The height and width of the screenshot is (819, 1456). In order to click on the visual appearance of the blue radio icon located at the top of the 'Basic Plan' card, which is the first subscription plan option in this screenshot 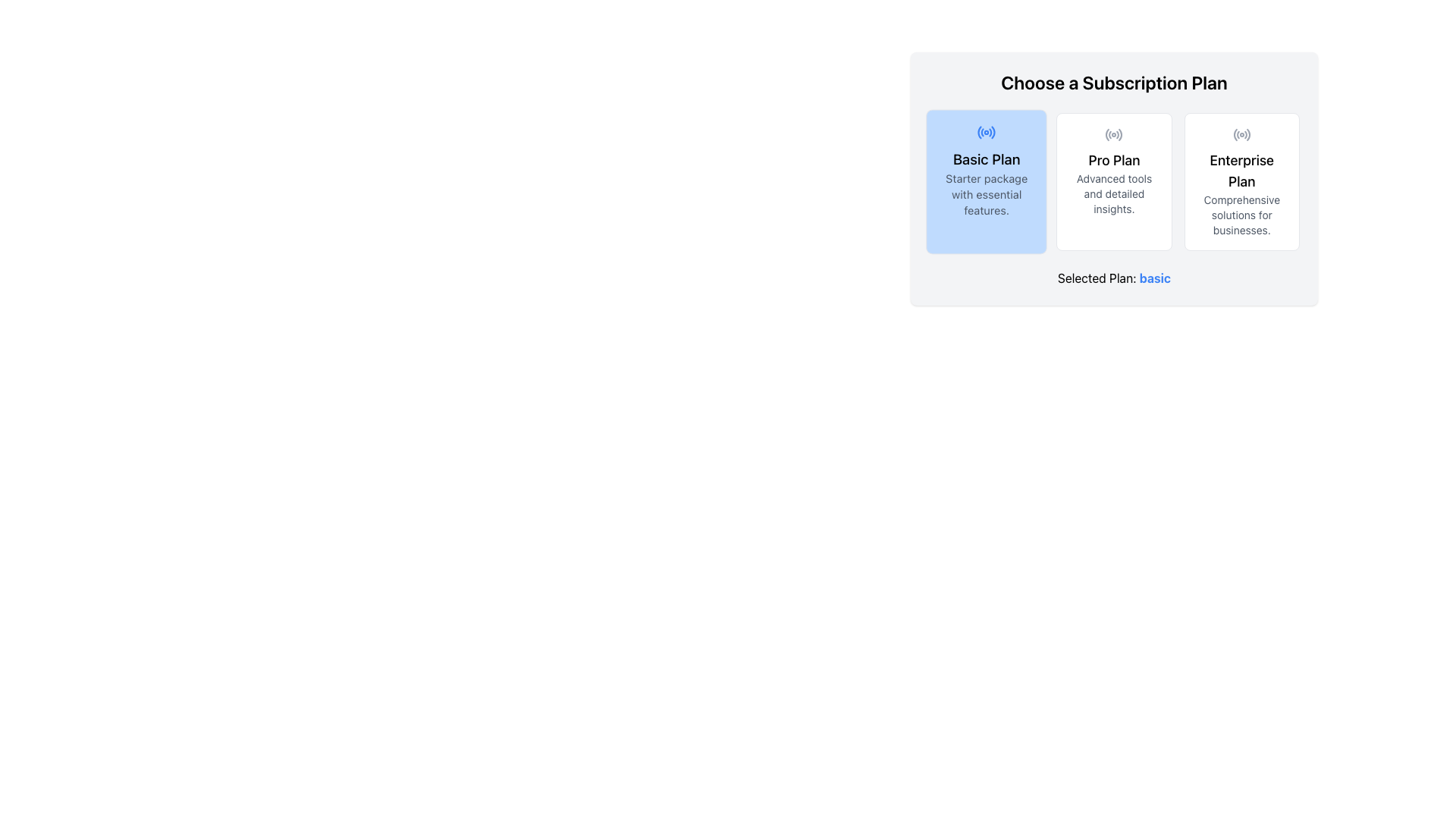, I will do `click(987, 131)`.